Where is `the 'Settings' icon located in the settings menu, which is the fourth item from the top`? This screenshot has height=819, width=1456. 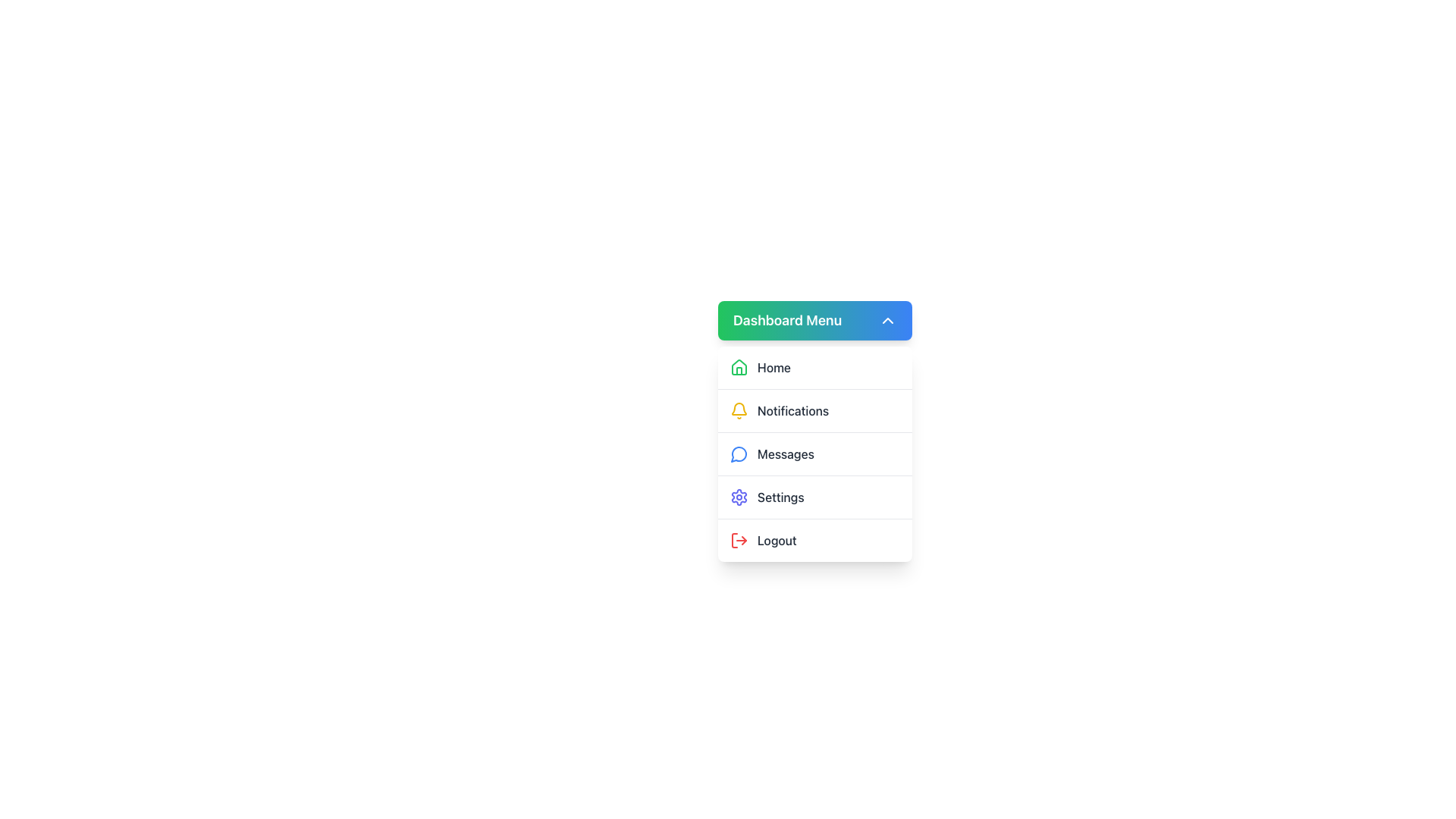 the 'Settings' icon located in the settings menu, which is the fourth item from the top is located at coordinates (739, 497).